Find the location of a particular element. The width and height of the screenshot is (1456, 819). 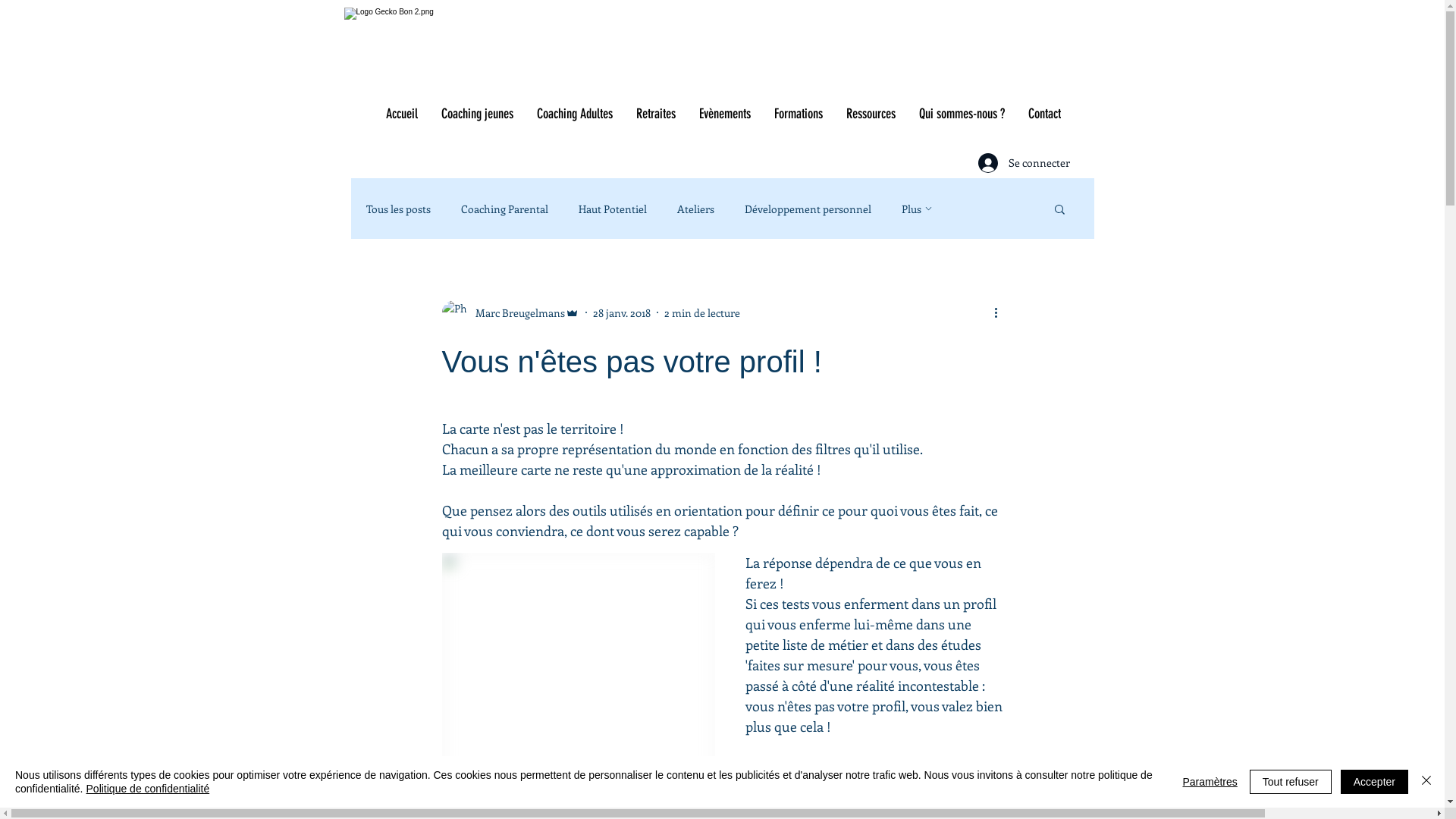

'Ressources' is located at coordinates (870, 113).